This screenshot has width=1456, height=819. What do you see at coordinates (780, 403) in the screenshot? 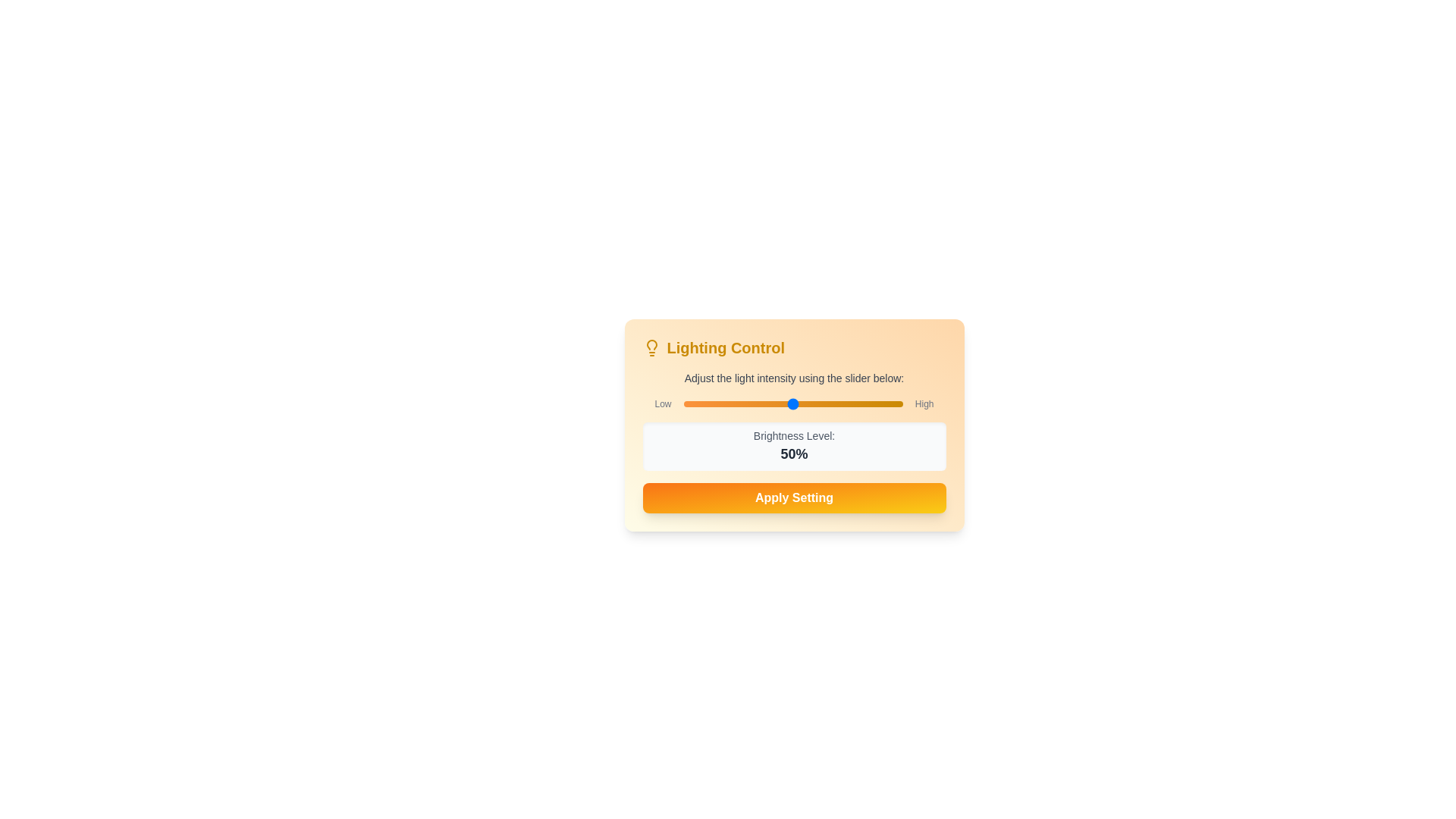
I see `brightness` at bounding box center [780, 403].